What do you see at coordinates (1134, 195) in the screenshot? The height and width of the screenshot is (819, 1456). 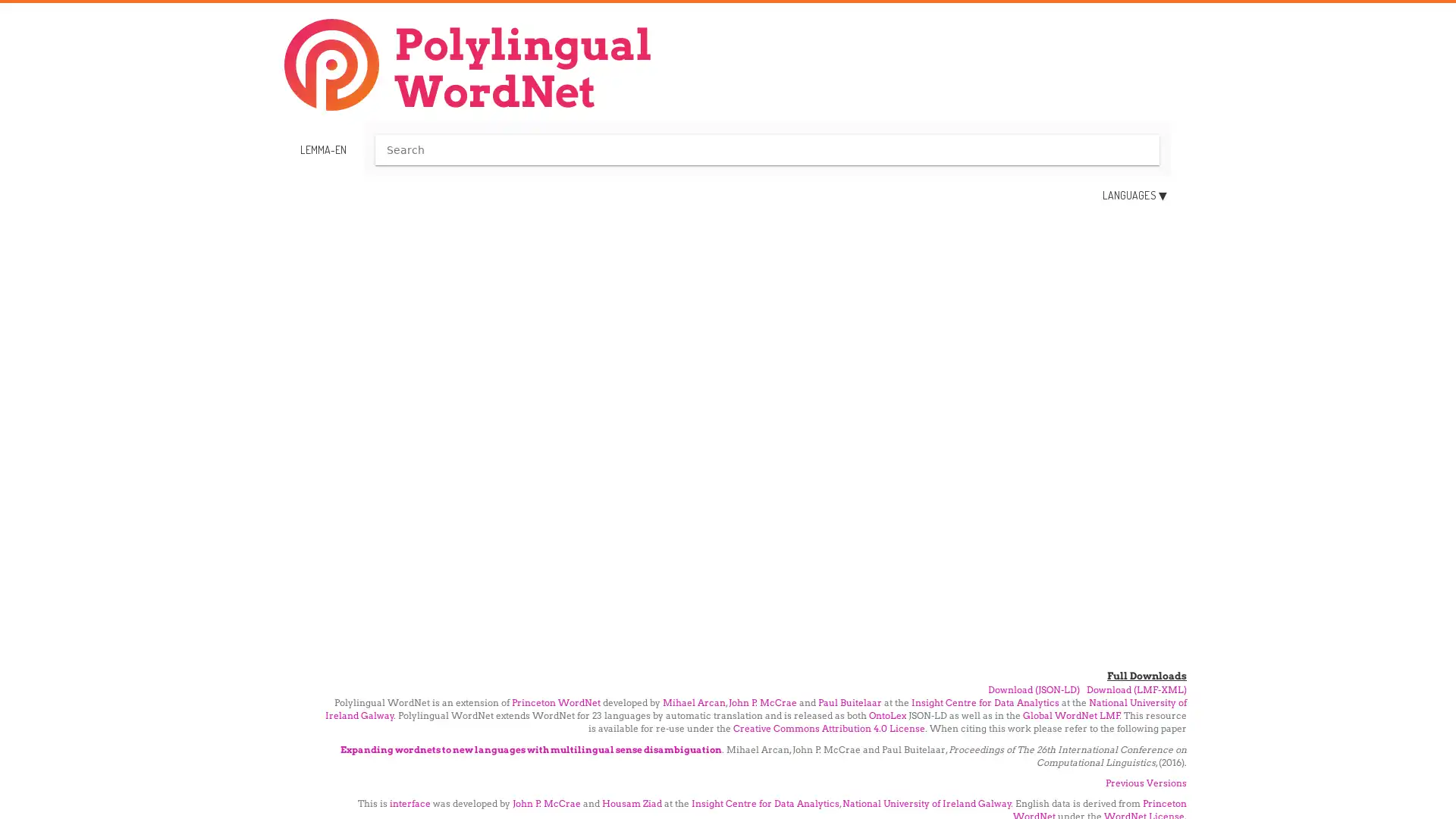 I see `LANGUAGES` at bounding box center [1134, 195].